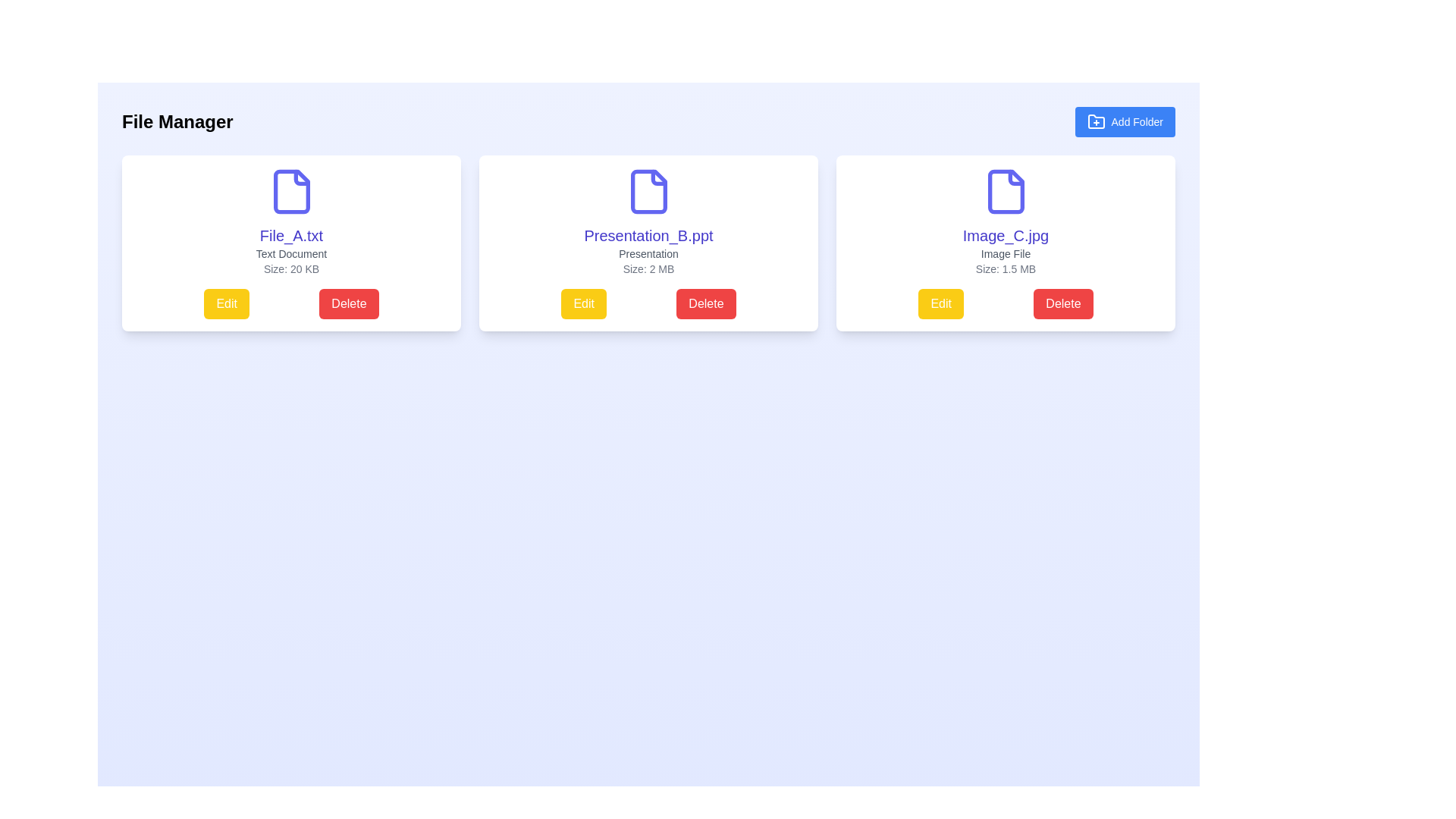 This screenshot has width=1456, height=819. Describe the element at coordinates (1006, 236) in the screenshot. I see `the text label displaying 'Image_C.jpg' which is styled with a larger indigo font and located in the third card of a horizontally aligned list` at that location.